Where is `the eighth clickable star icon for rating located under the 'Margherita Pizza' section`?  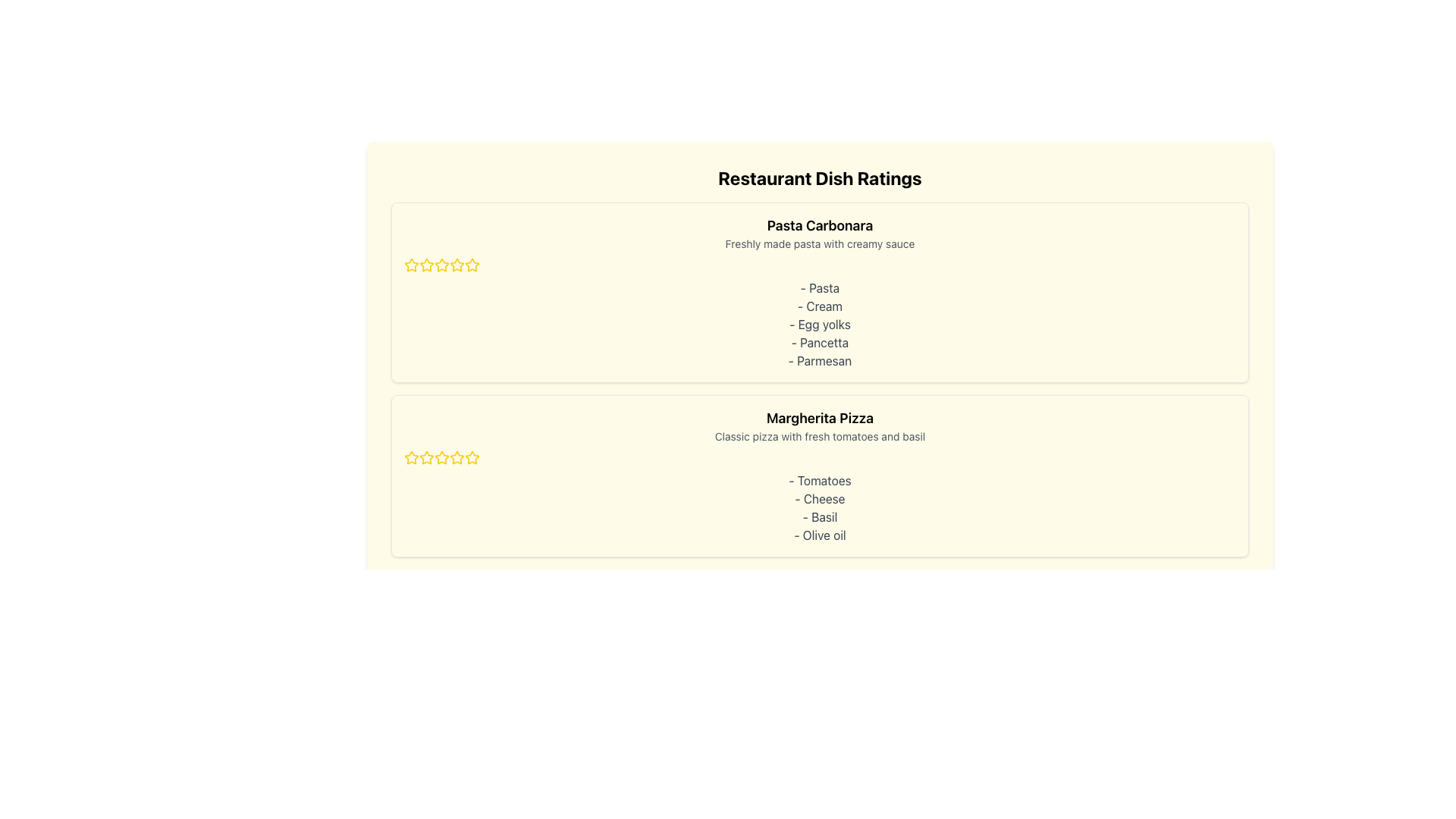
the eighth clickable star icon for rating located under the 'Margherita Pizza' section is located at coordinates (472, 457).